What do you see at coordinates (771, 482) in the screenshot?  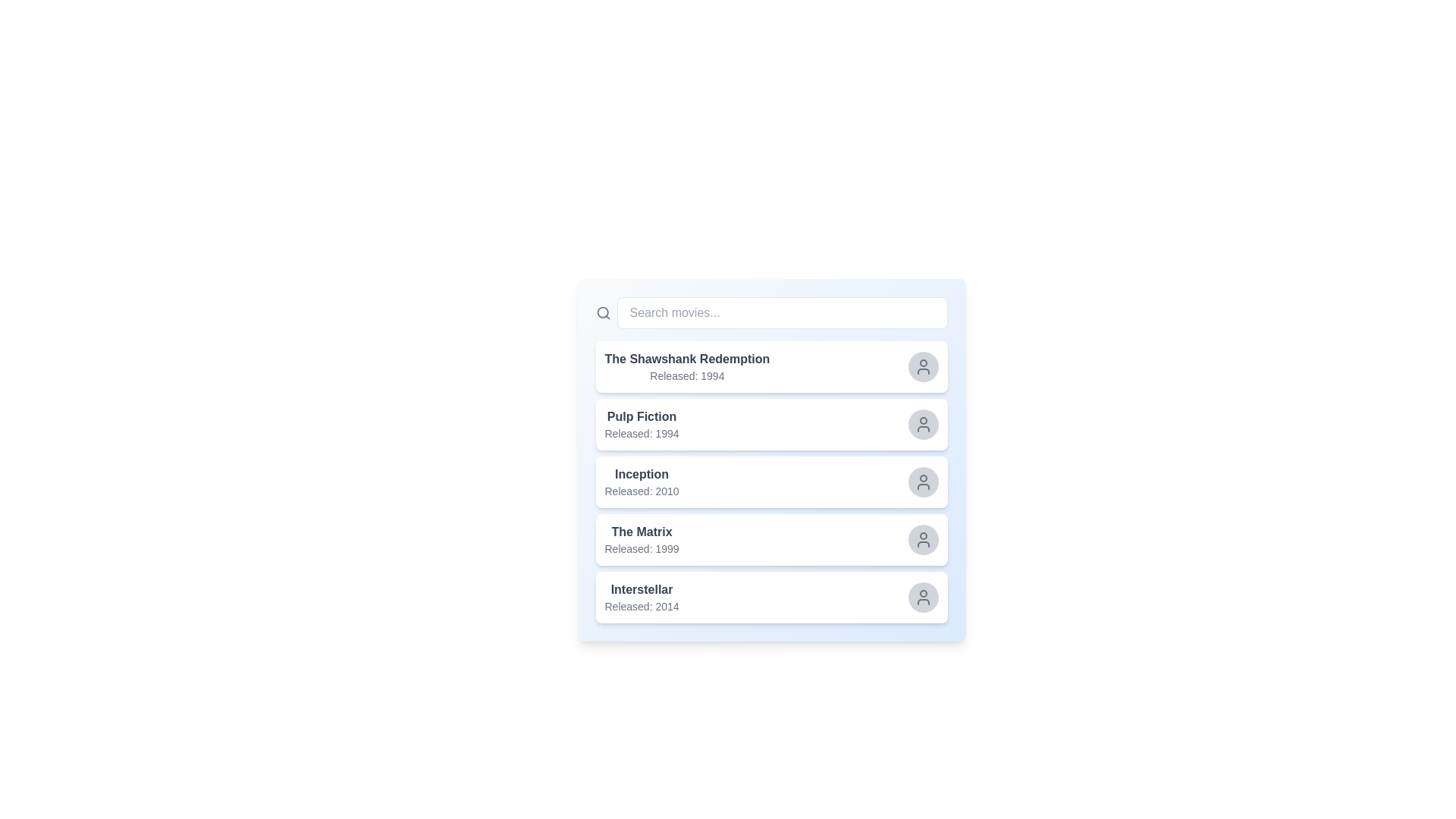 I see `the third movie entry in the list, which is located below 'Pulp Fiction' and above 'The Matrix'` at bounding box center [771, 482].